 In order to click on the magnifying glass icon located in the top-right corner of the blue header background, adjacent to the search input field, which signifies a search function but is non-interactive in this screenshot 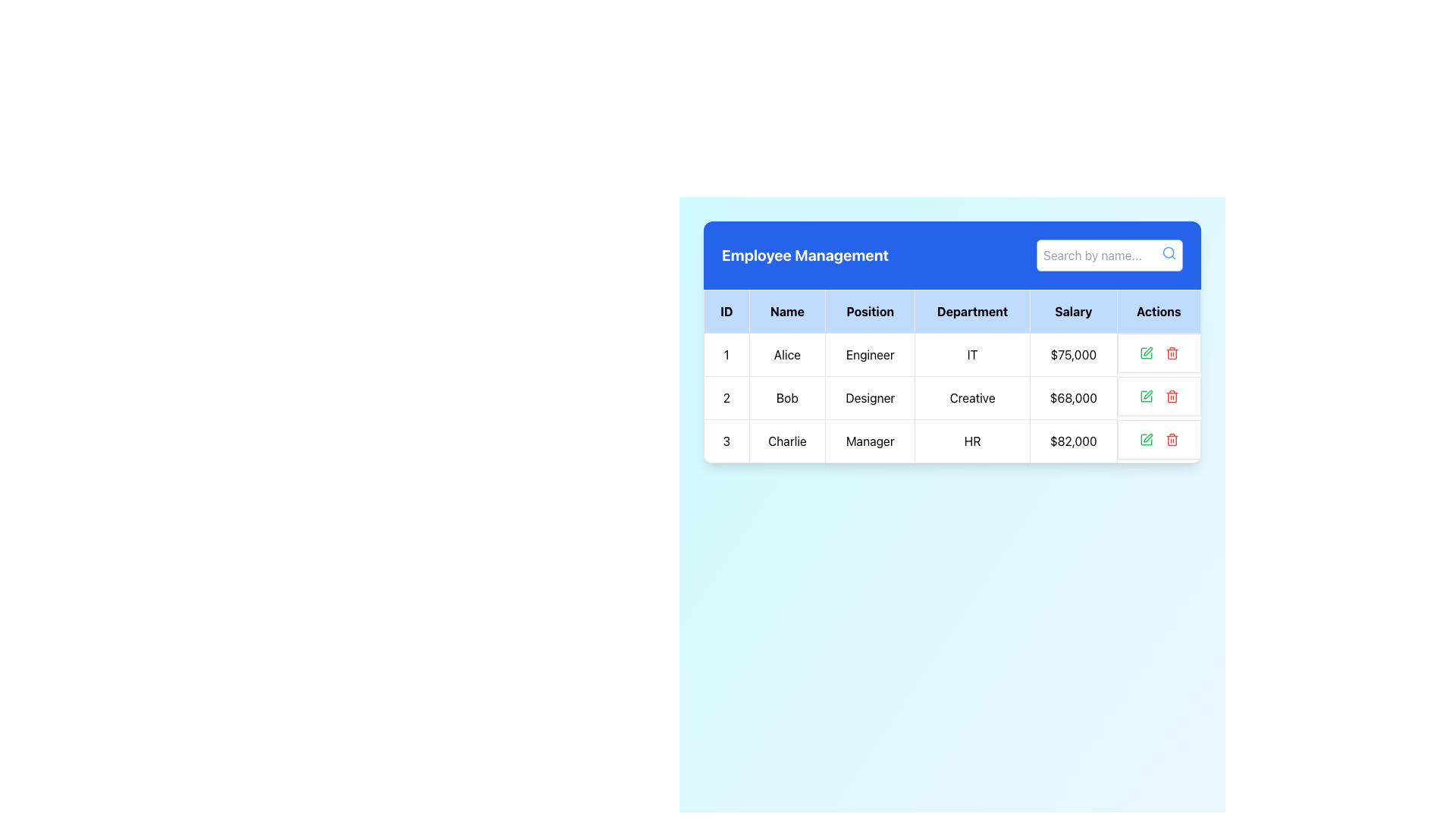, I will do `click(1168, 253)`.